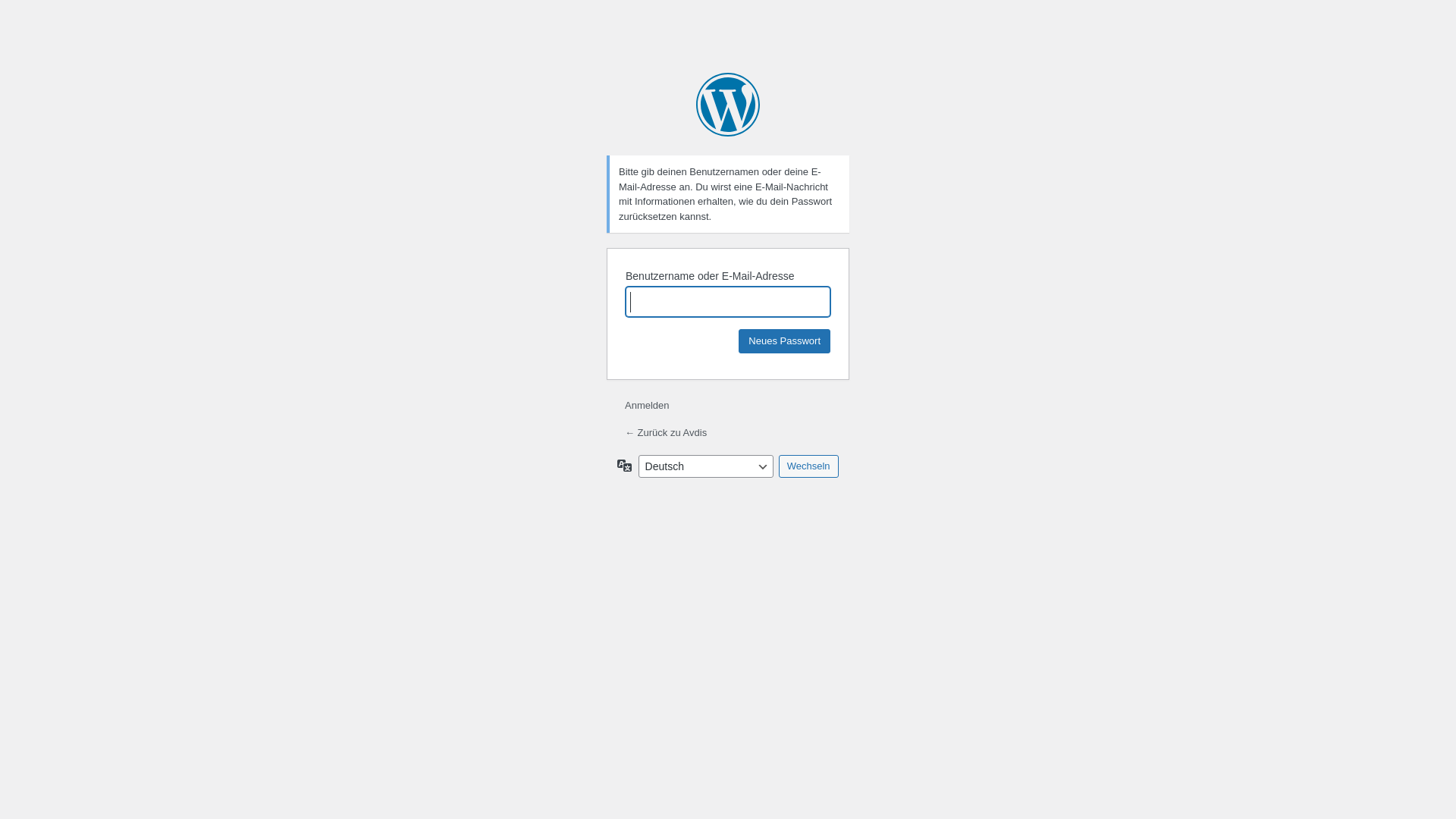  What do you see at coordinates (647, 404) in the screenshot?
I see `'Anmelden'` at bounding box center [647, 404].